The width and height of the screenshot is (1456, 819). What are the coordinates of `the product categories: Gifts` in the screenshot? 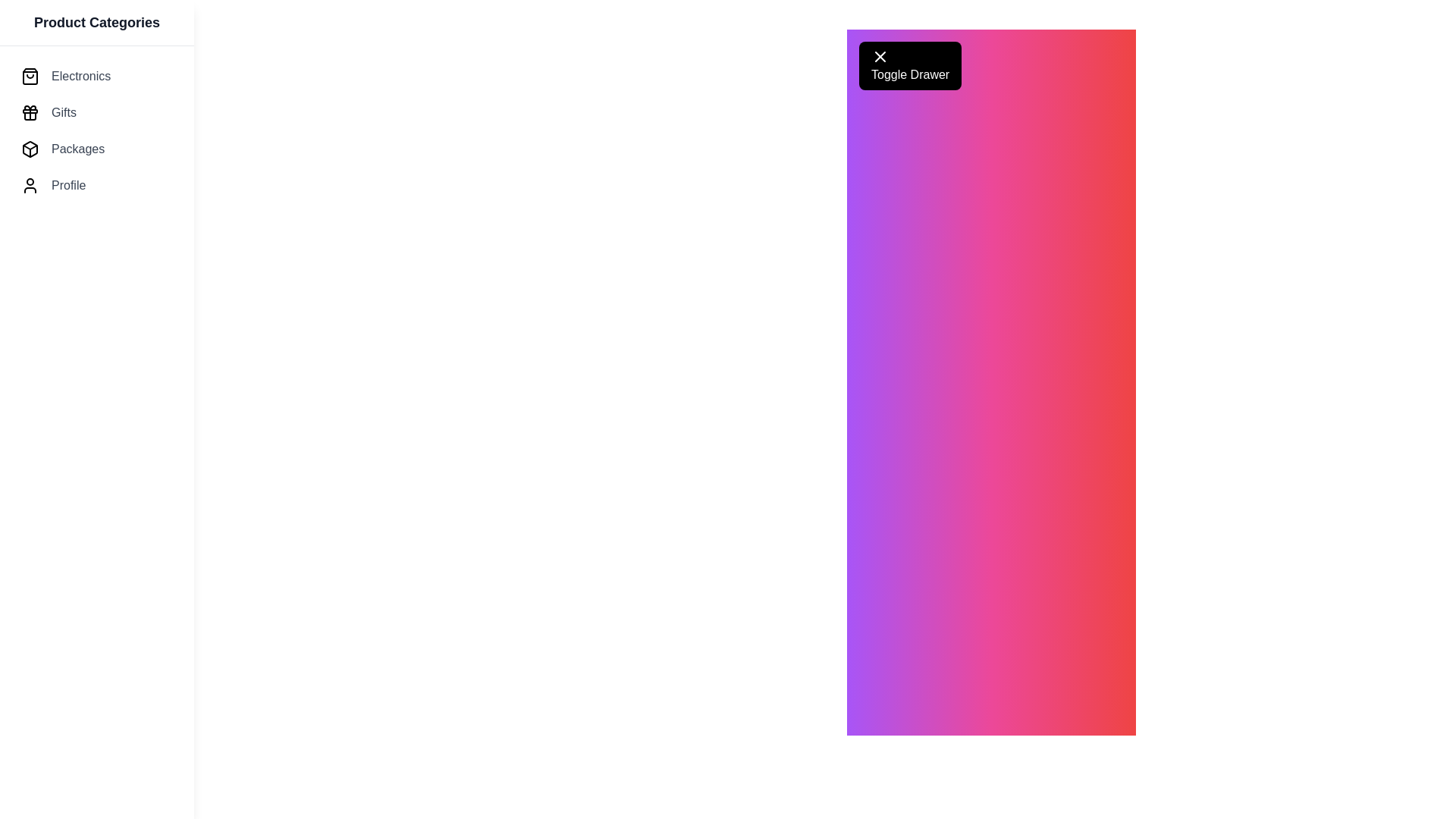 It's located at (96, 112).